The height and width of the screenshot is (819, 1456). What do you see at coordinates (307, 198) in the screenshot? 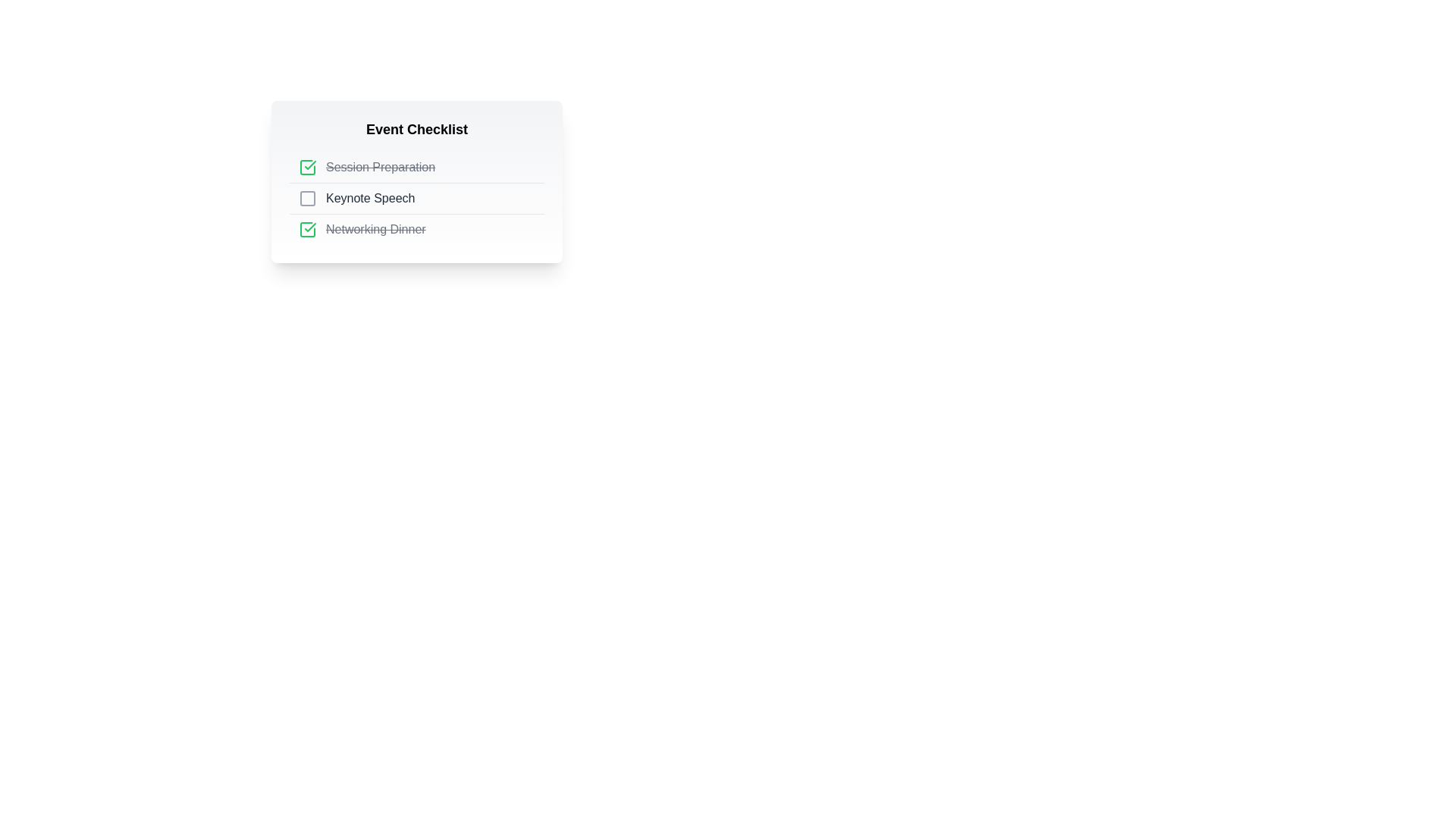
I see `the square-shaped outline icon with rounded corners, located to the left of the 'Keynote Speech' text` at bounding box center [307, 198].